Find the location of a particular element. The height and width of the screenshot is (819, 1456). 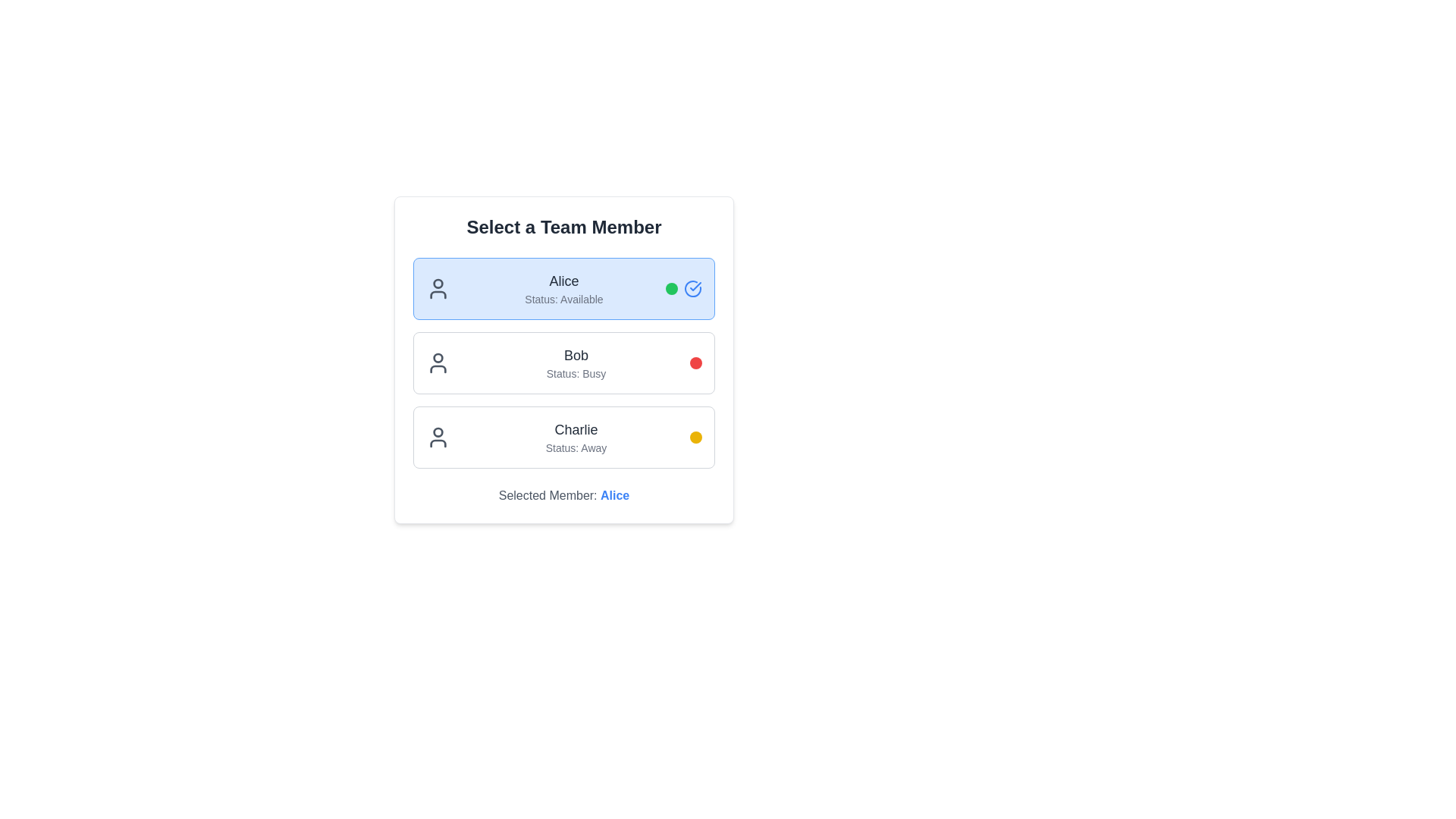

the status Text Label indicating the current status of user 'Charlie', which is located in the user selection panel as the third item from the top is located at coordinates (575, 447).